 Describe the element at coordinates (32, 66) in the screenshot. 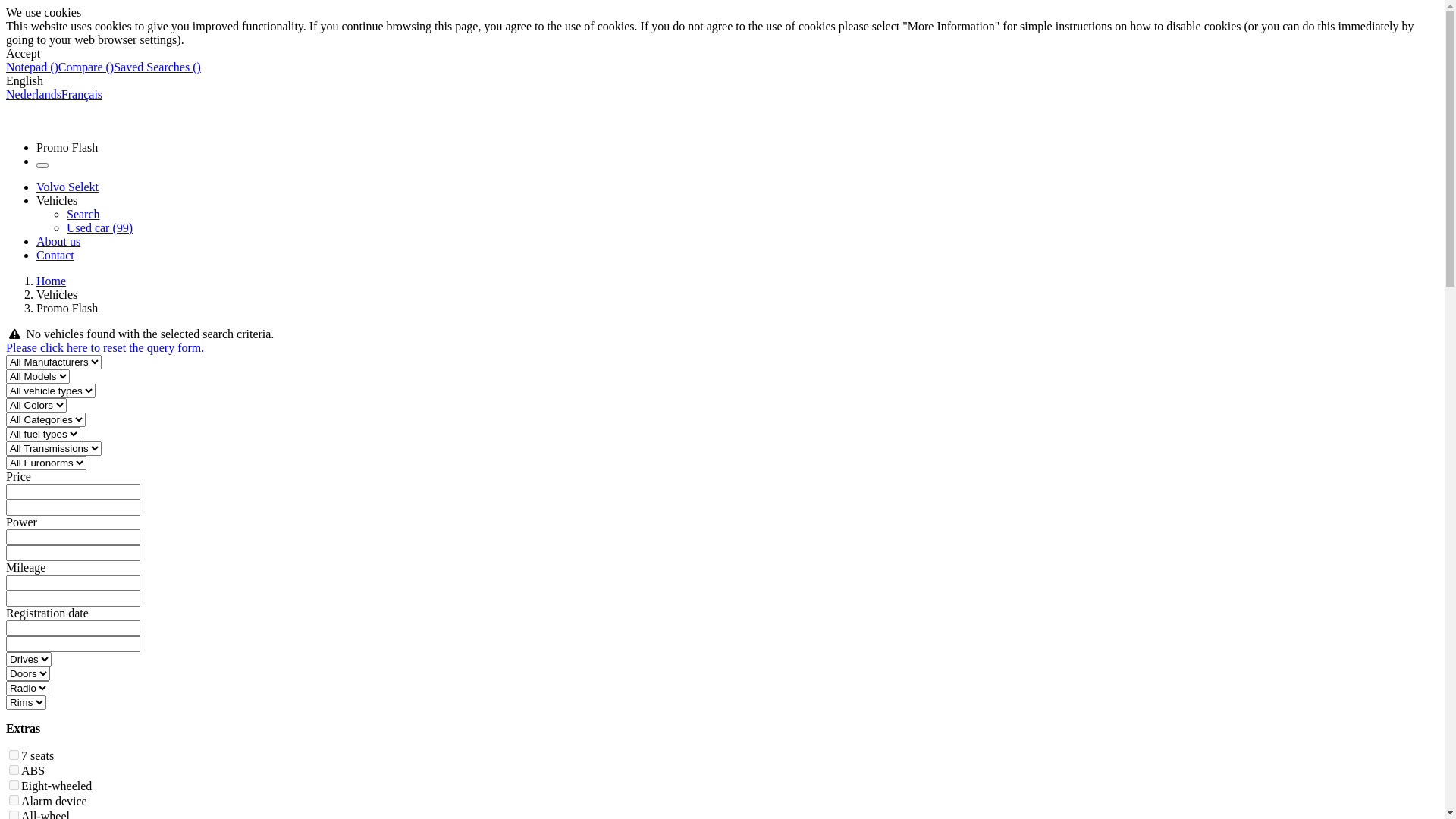

I see `'Notepad ()'` at that location.